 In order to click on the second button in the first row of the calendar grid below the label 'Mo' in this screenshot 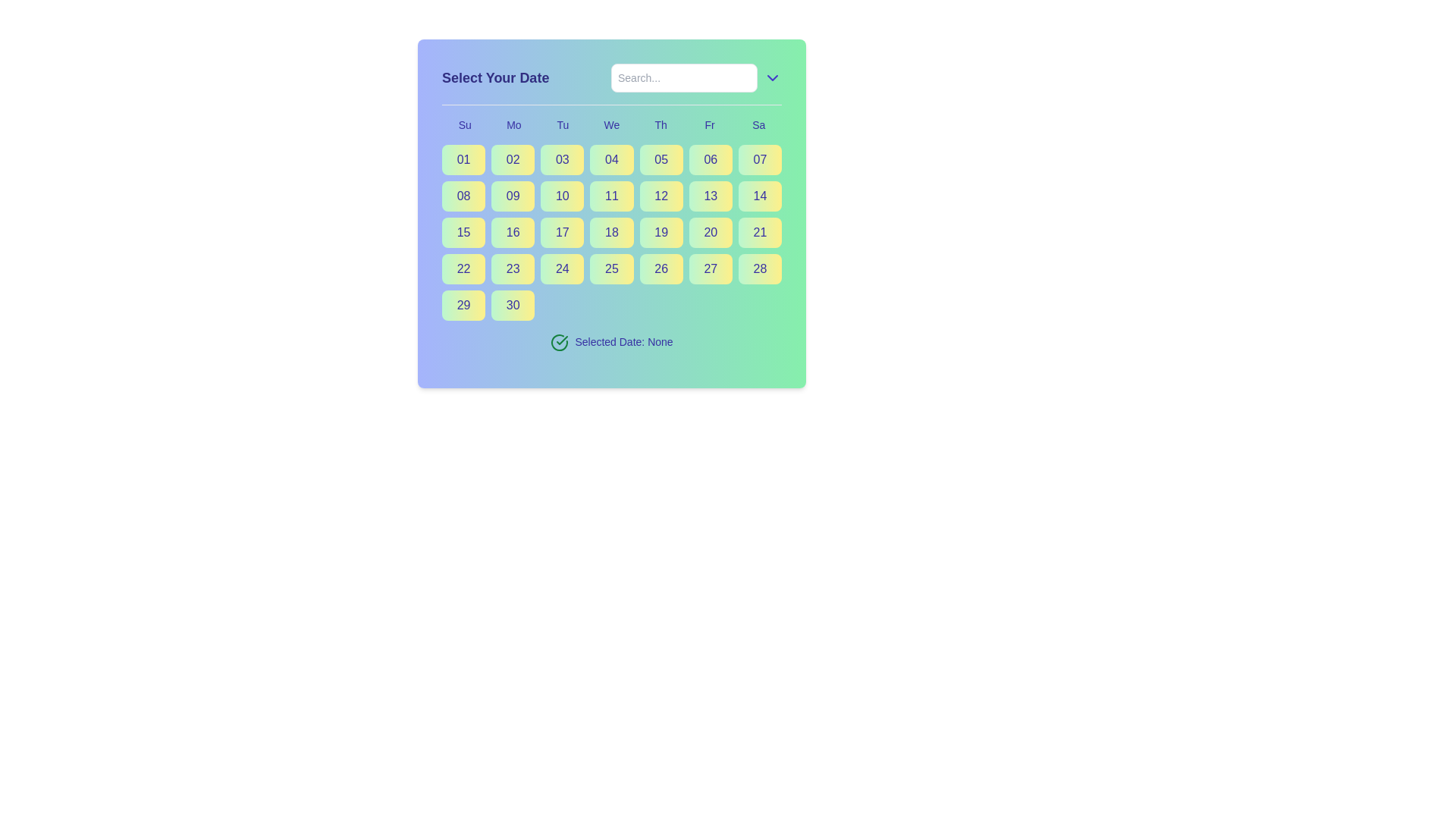, I will do `click(513, 160)`.